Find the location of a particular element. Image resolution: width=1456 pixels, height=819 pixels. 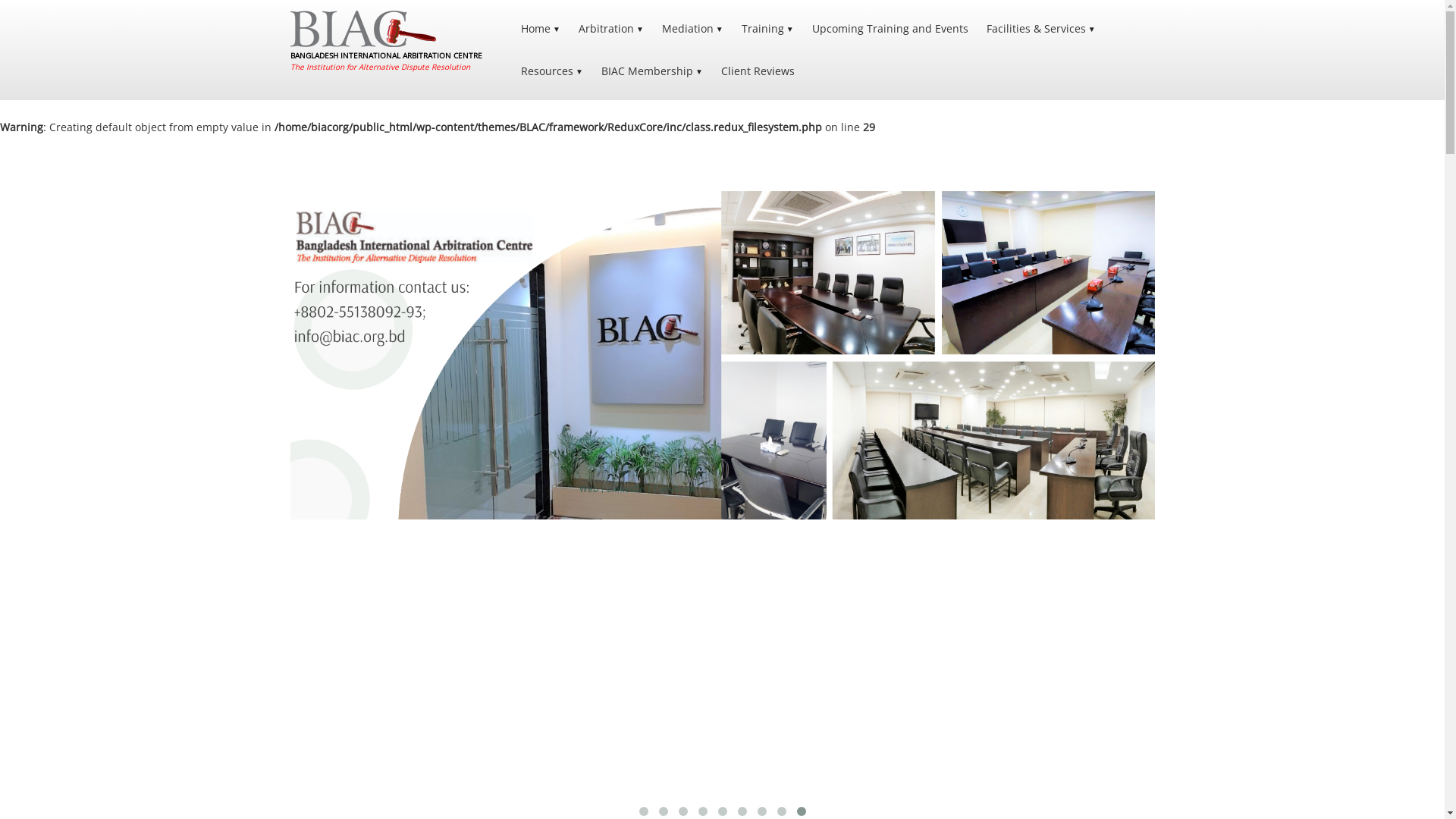

'Client Reviews' is located at coordinates (758, 71).